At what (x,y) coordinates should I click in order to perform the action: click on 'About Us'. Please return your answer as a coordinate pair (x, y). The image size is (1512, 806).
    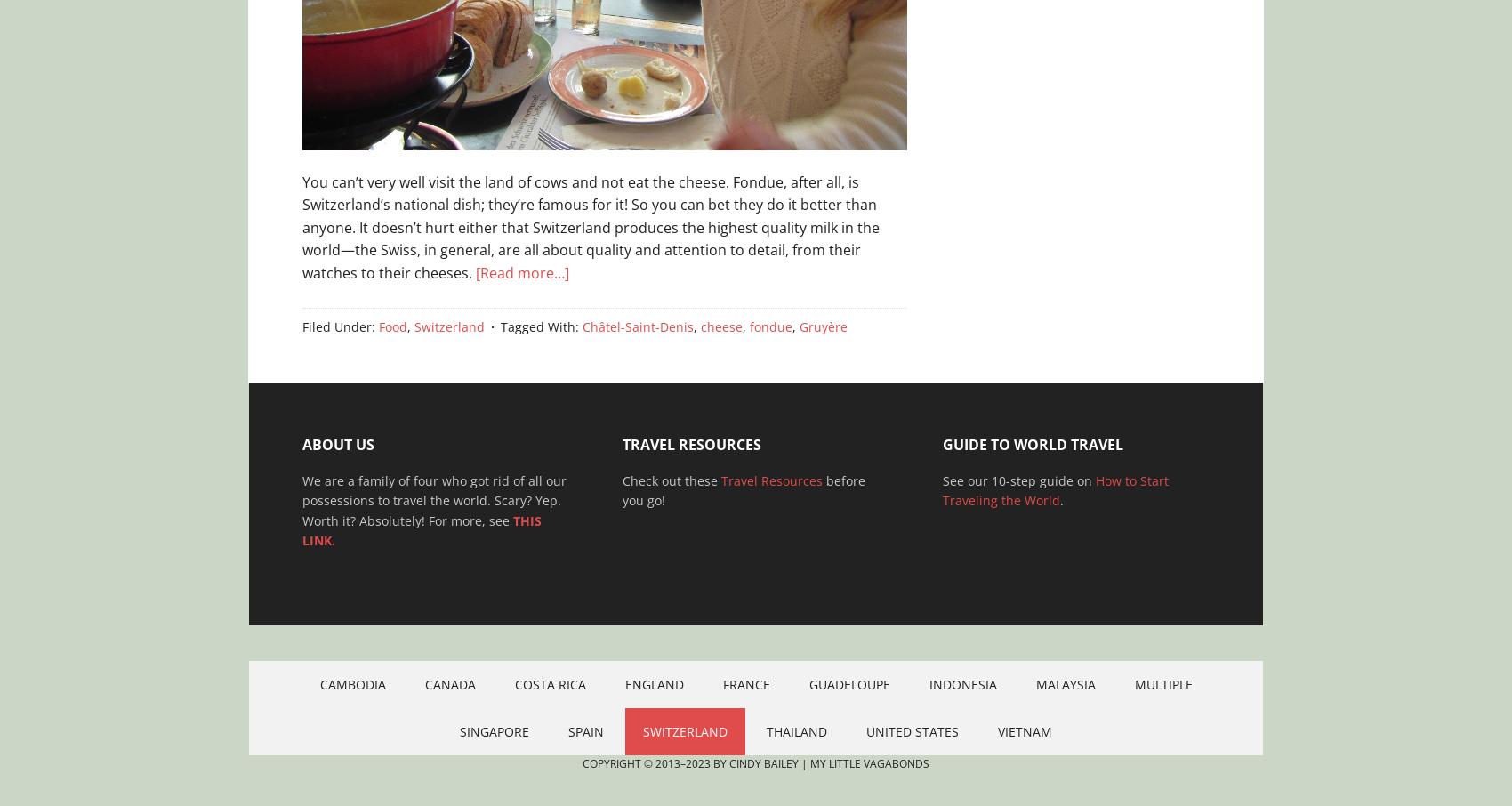
    Looking at the image, I should click on (337, 444).